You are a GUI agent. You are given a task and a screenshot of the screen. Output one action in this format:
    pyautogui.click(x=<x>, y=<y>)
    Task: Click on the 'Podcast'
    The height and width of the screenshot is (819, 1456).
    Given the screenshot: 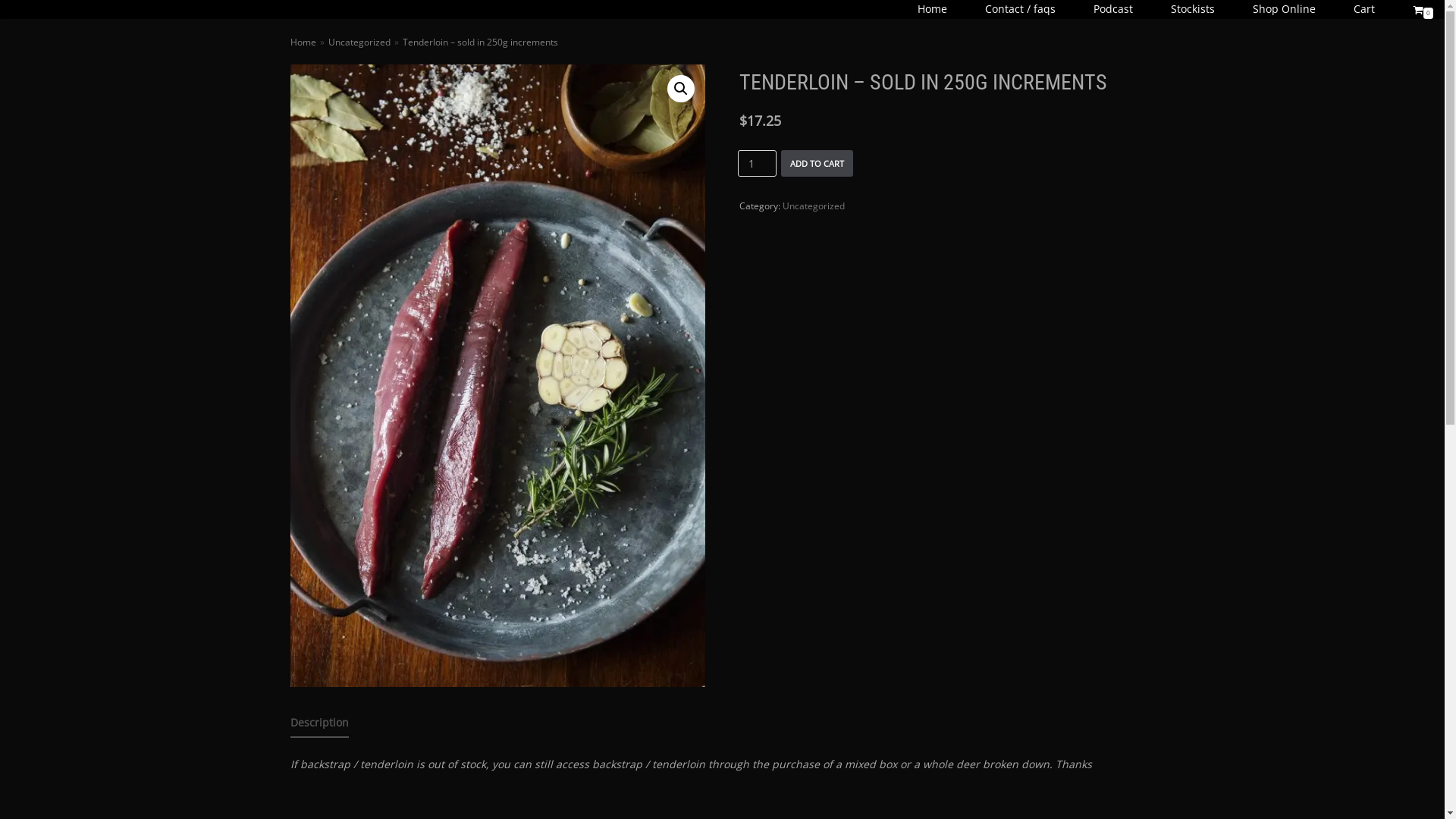 What is the action you would take?
    pyautogui.click(x=1093, y=9)
    